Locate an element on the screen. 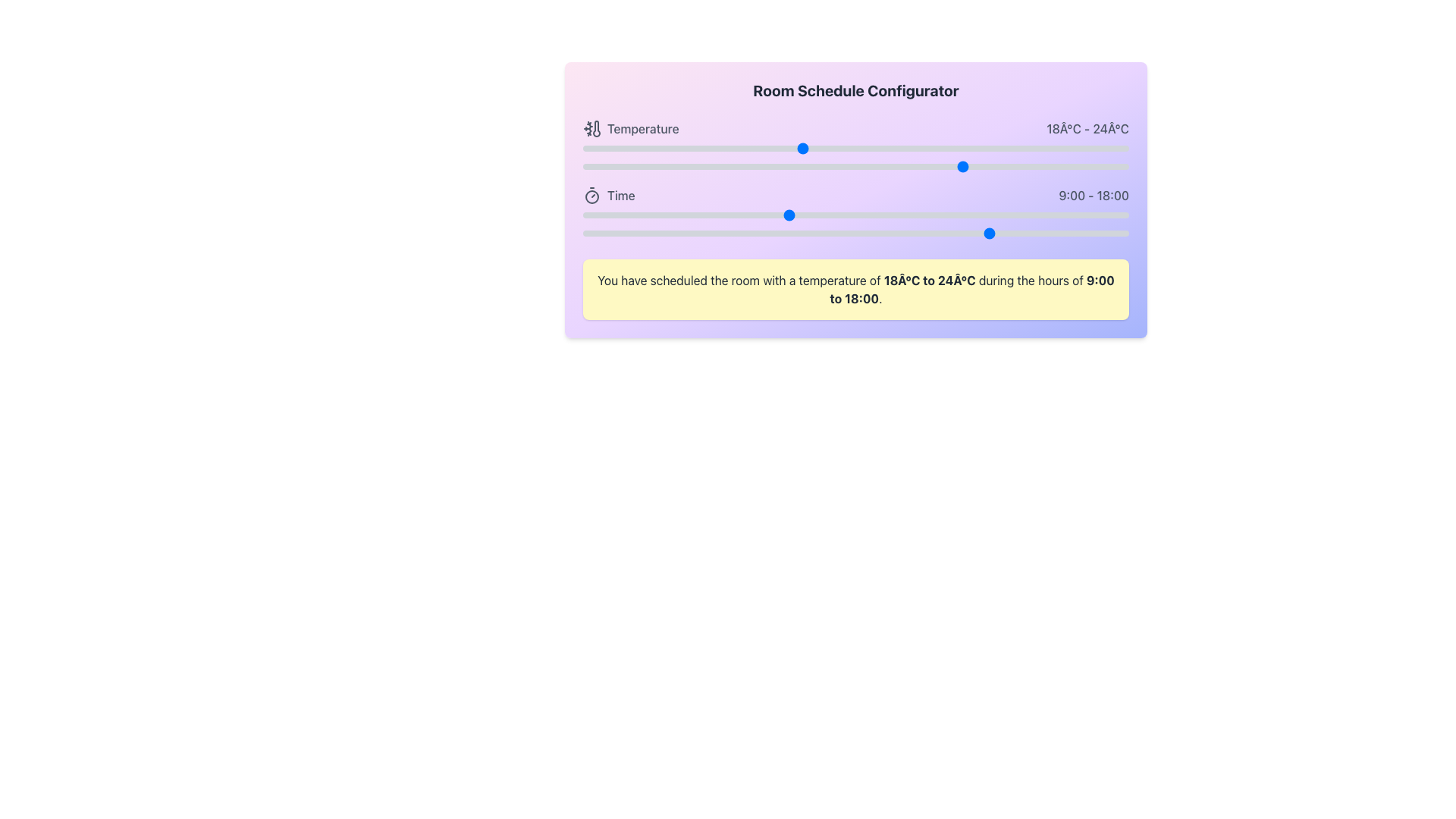 This screenshot has height=819, width=1456. the Text Display or Notification Box that shows the message 'You have scheduled the room with a temperature of 18°C to 24°C during the hours of 9:00 to 18:00.' with a yellow background is located at coordinates (855, 289).